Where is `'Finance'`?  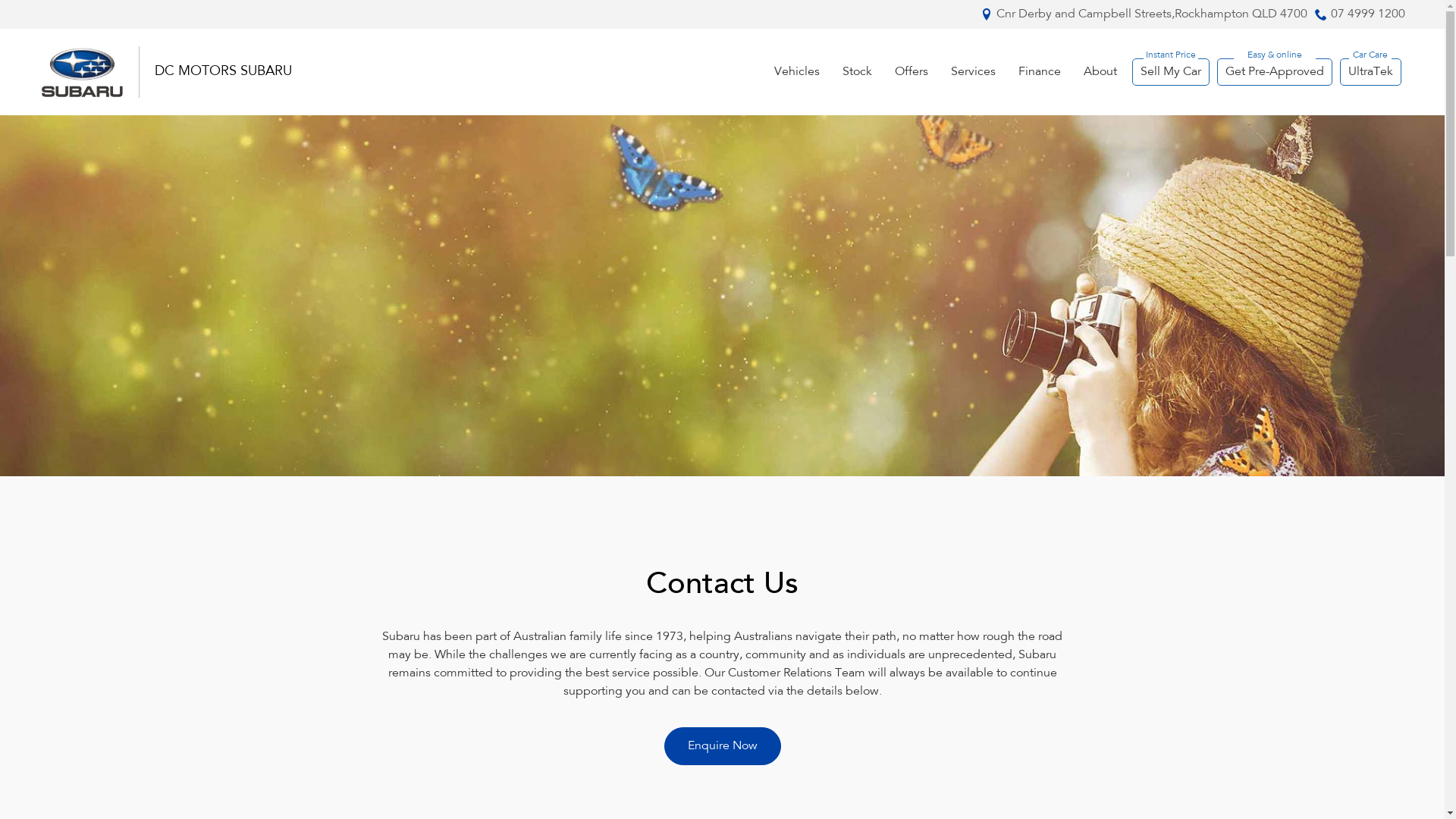 'Finance' is located at coordinates (1039, 72).